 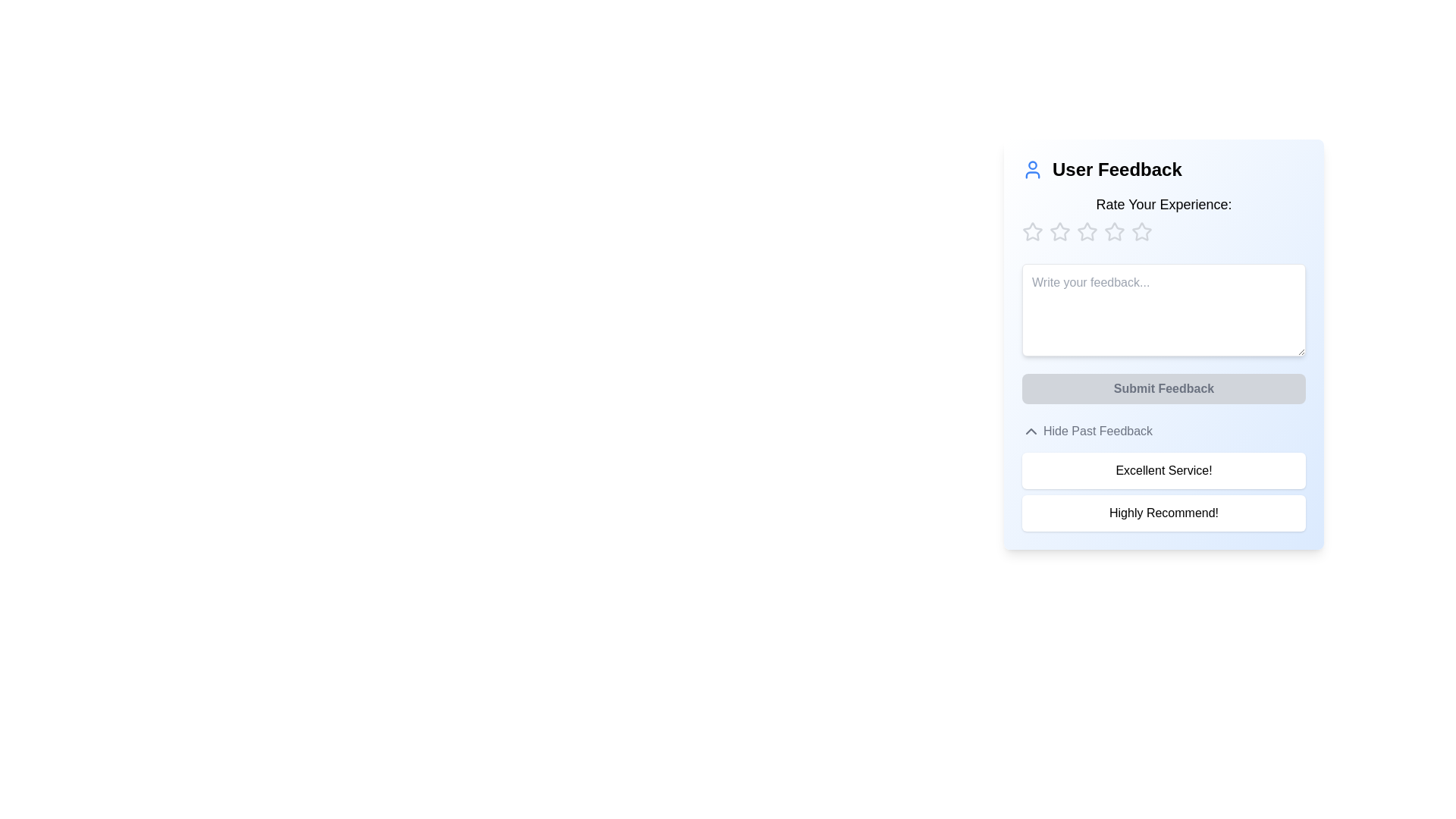 What do you see at coordinates (1032, 165) in the screenshot?
I see `the smaller circular vector graphic within the user profile icon located at the top left of the feedback form interface` at bounding box center [1032, 165].